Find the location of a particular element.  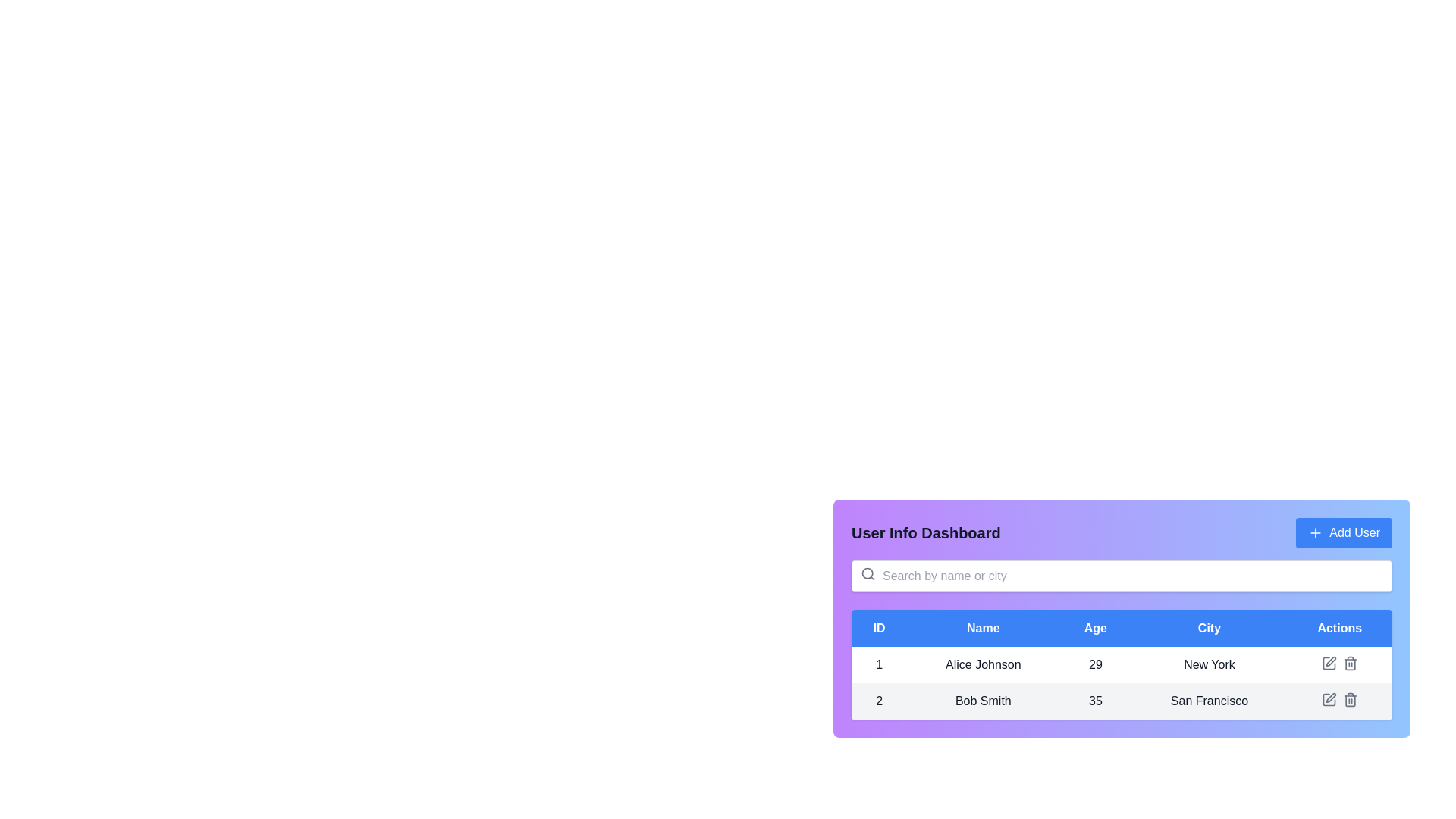

the Static table header element labeled 'ID', which is the first header in a row of five and has a white font on a blue background is located at coordinates (879, 629).